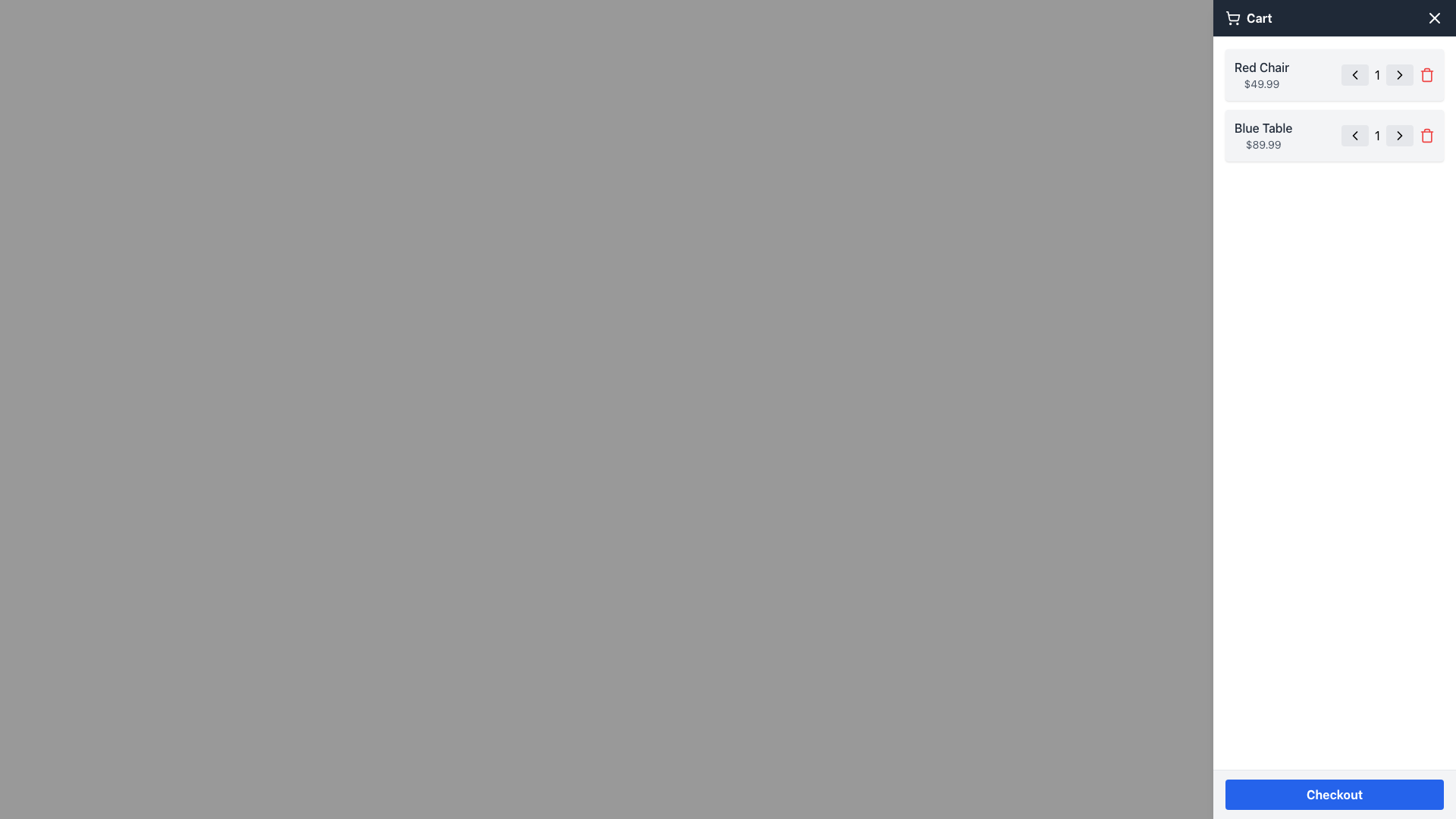  What do you see at coordinates (1399, 134) in the screenshot?
I see `the small button with a right-pointing chevron, located next to the 'Blue Table' cart item in the shopping cart interface` at bounding box center [1399, 134].